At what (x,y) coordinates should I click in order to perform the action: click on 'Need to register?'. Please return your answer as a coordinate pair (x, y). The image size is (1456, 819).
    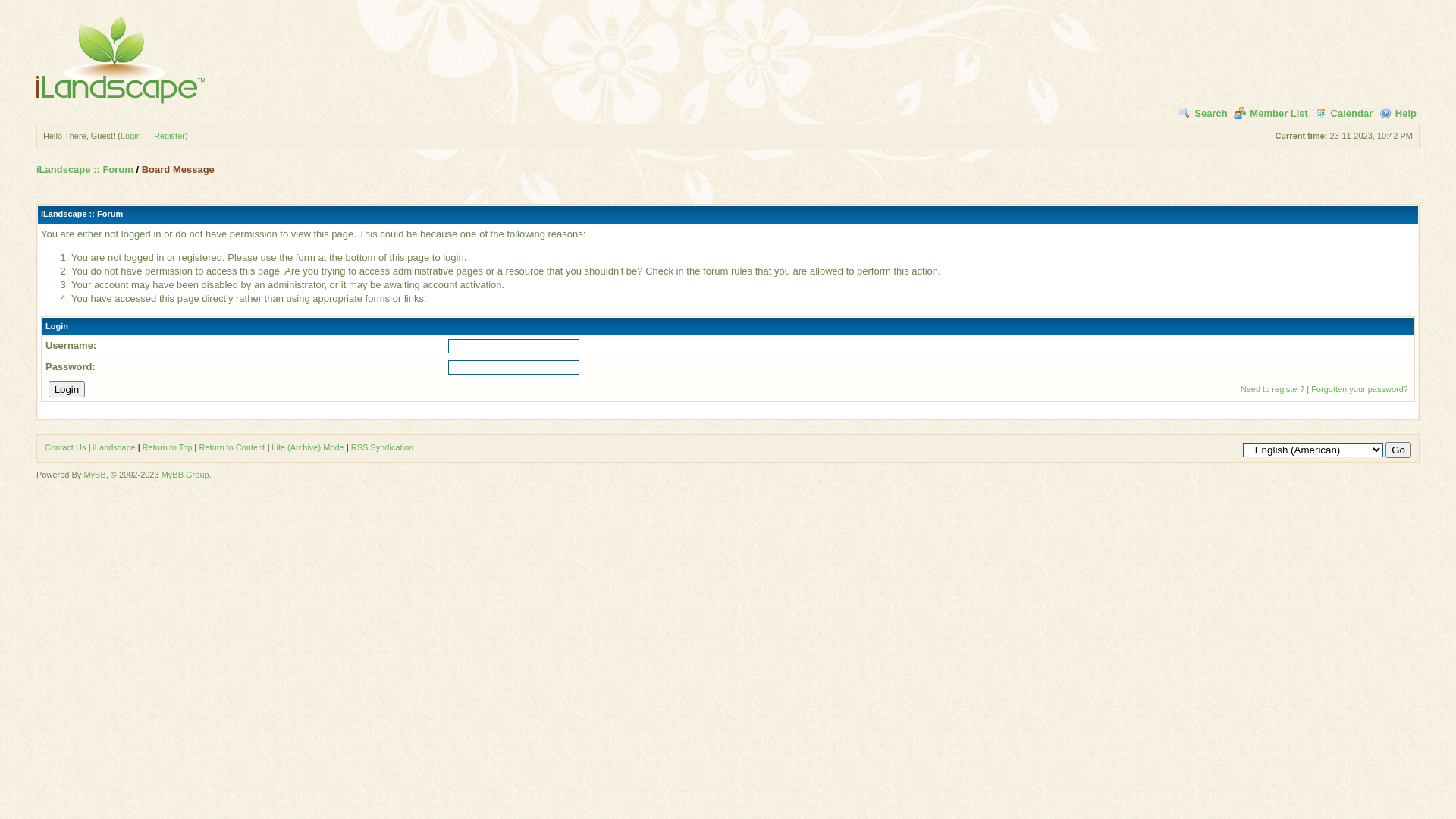
    Looking at the image, I should click on (1272, 388).